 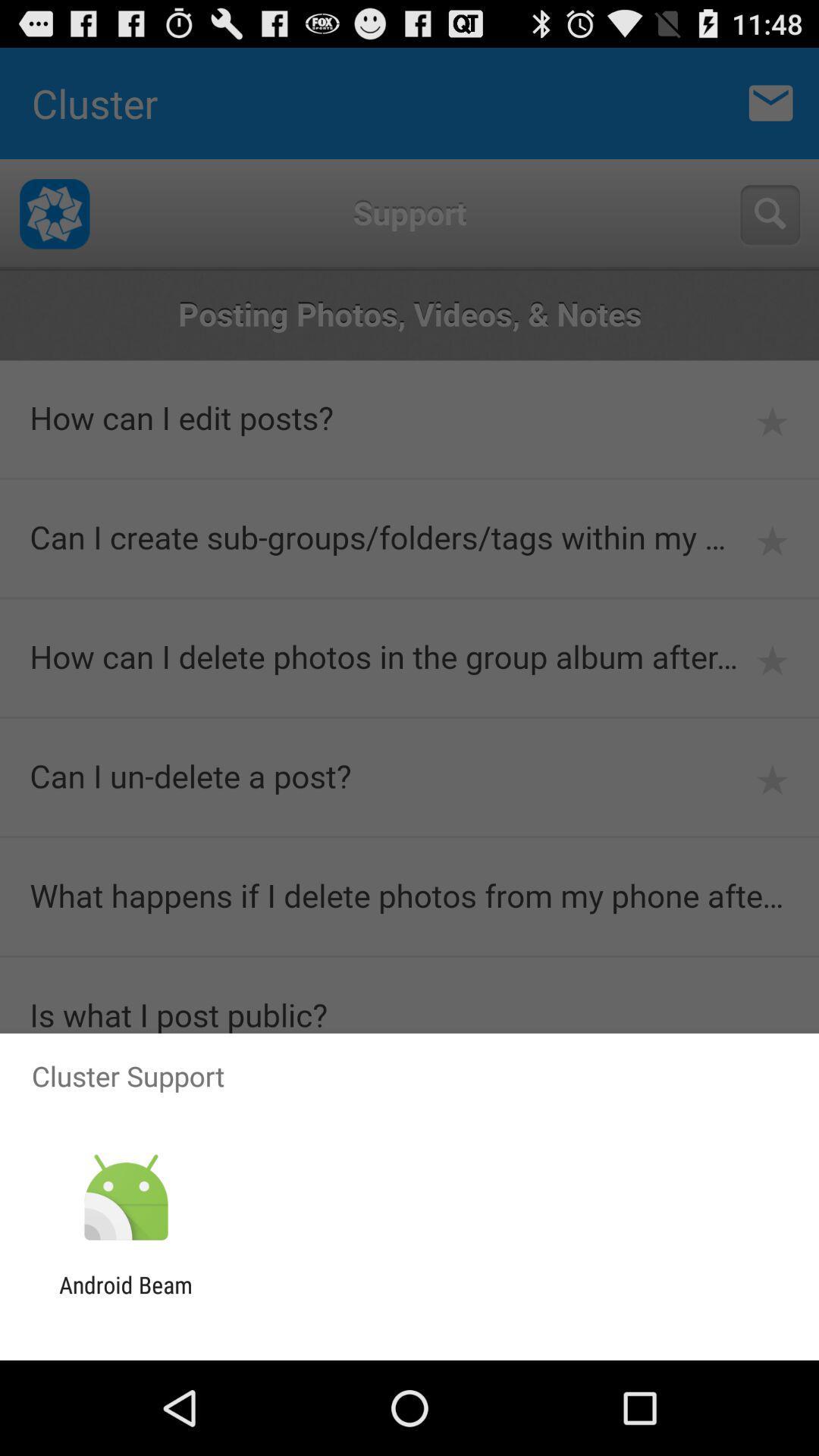 What do you see at coordinates (125, 1298) in the screenshot?
I see `the android beam icon` at bounding box center [125, 1298].